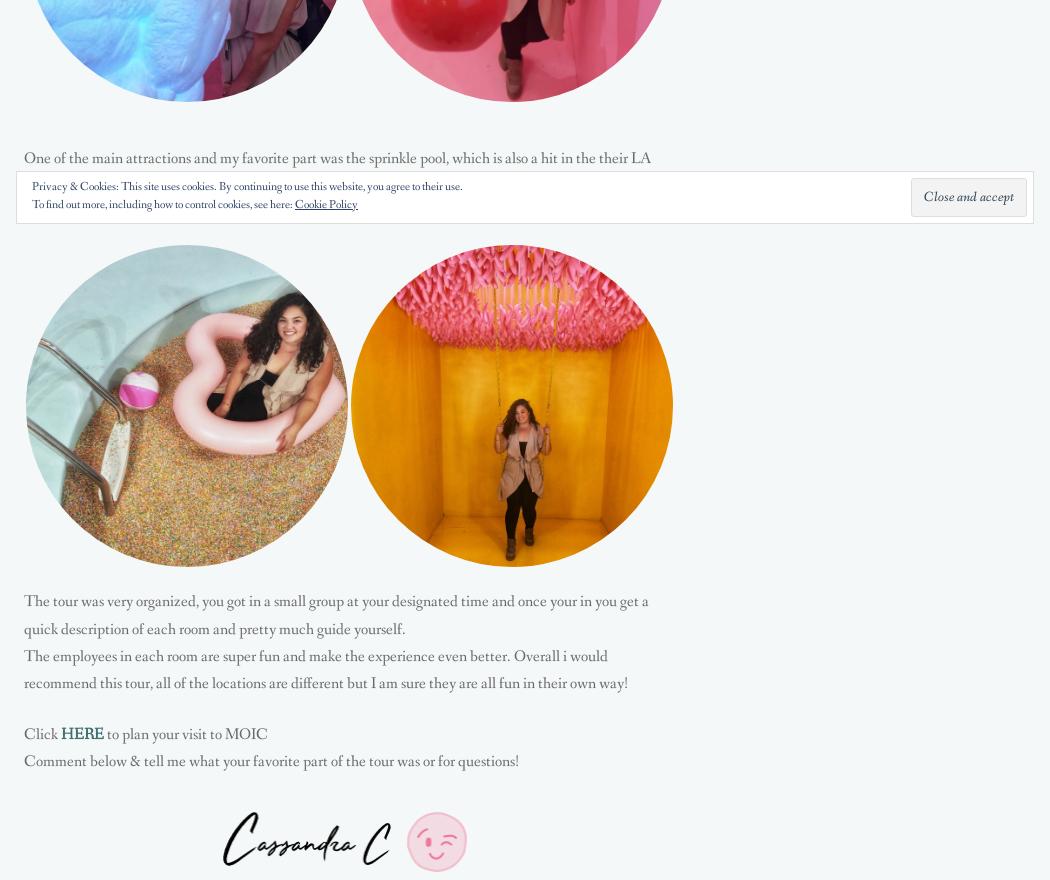 The width and height of the screenshot is (1050, 880). What do you see at coordinates (326, 205) in the screenshot?
I see `'Cookie Policy'` at bounding box center [326, 205].